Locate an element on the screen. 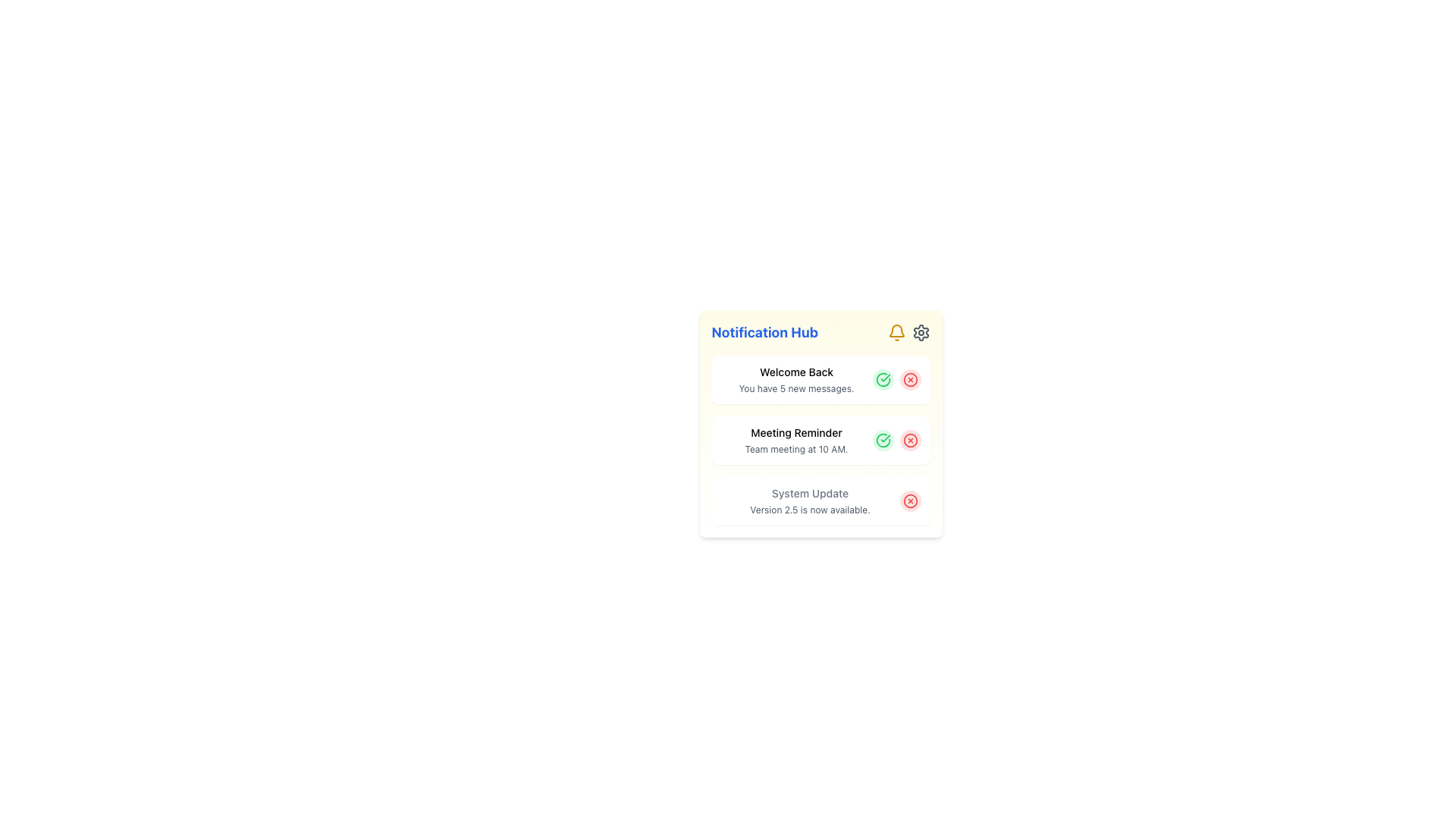 The height and width of the screenshot is (819, 1456). the 'Welcome Back' text label, which is styled in medium-weight, small-sized black font and is located in the header of the notification section is located at coordinates (795, 372).